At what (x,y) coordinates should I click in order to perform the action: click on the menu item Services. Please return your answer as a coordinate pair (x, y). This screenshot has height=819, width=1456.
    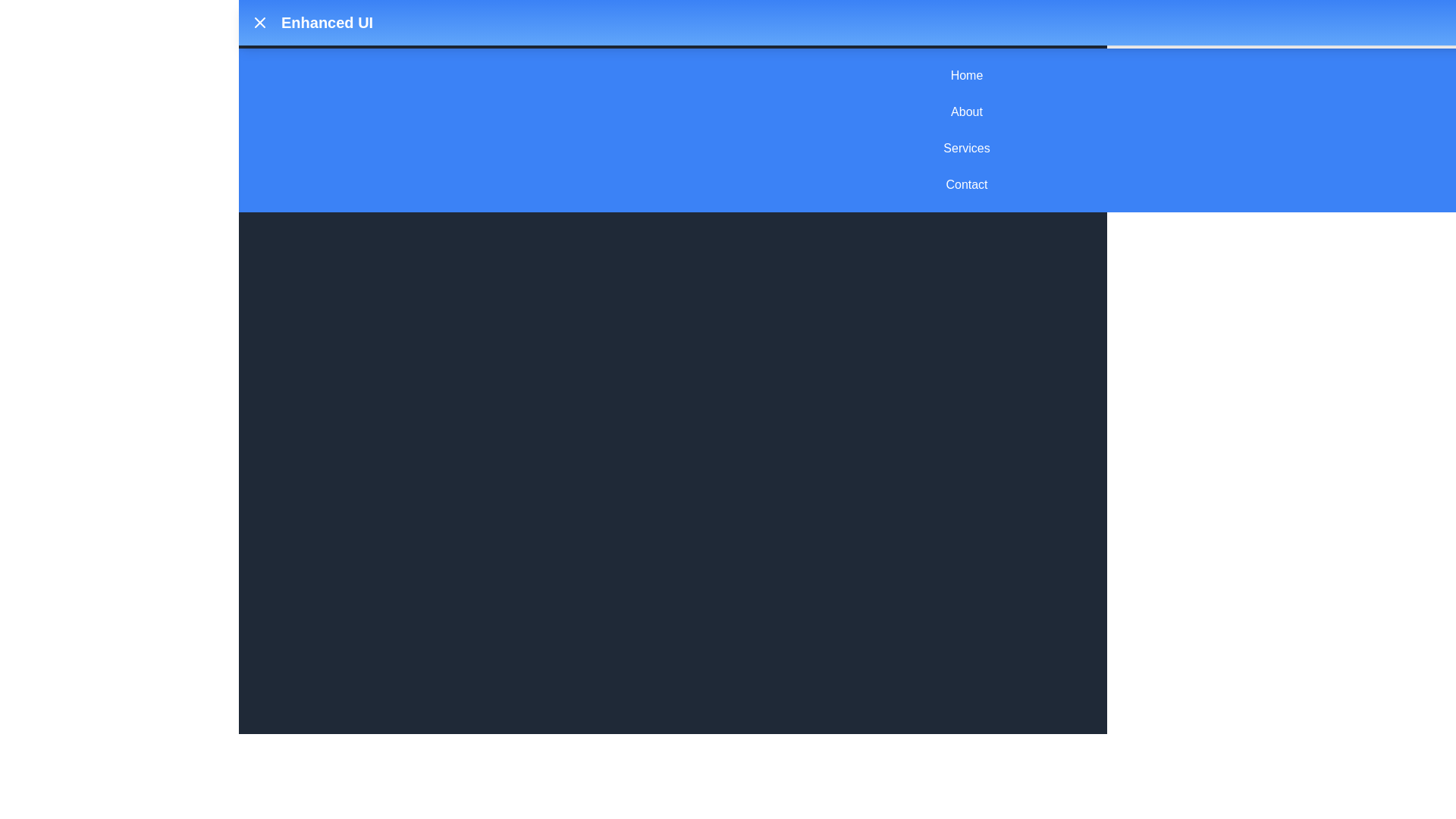
    Looking at the image, I should click on (966, 149).